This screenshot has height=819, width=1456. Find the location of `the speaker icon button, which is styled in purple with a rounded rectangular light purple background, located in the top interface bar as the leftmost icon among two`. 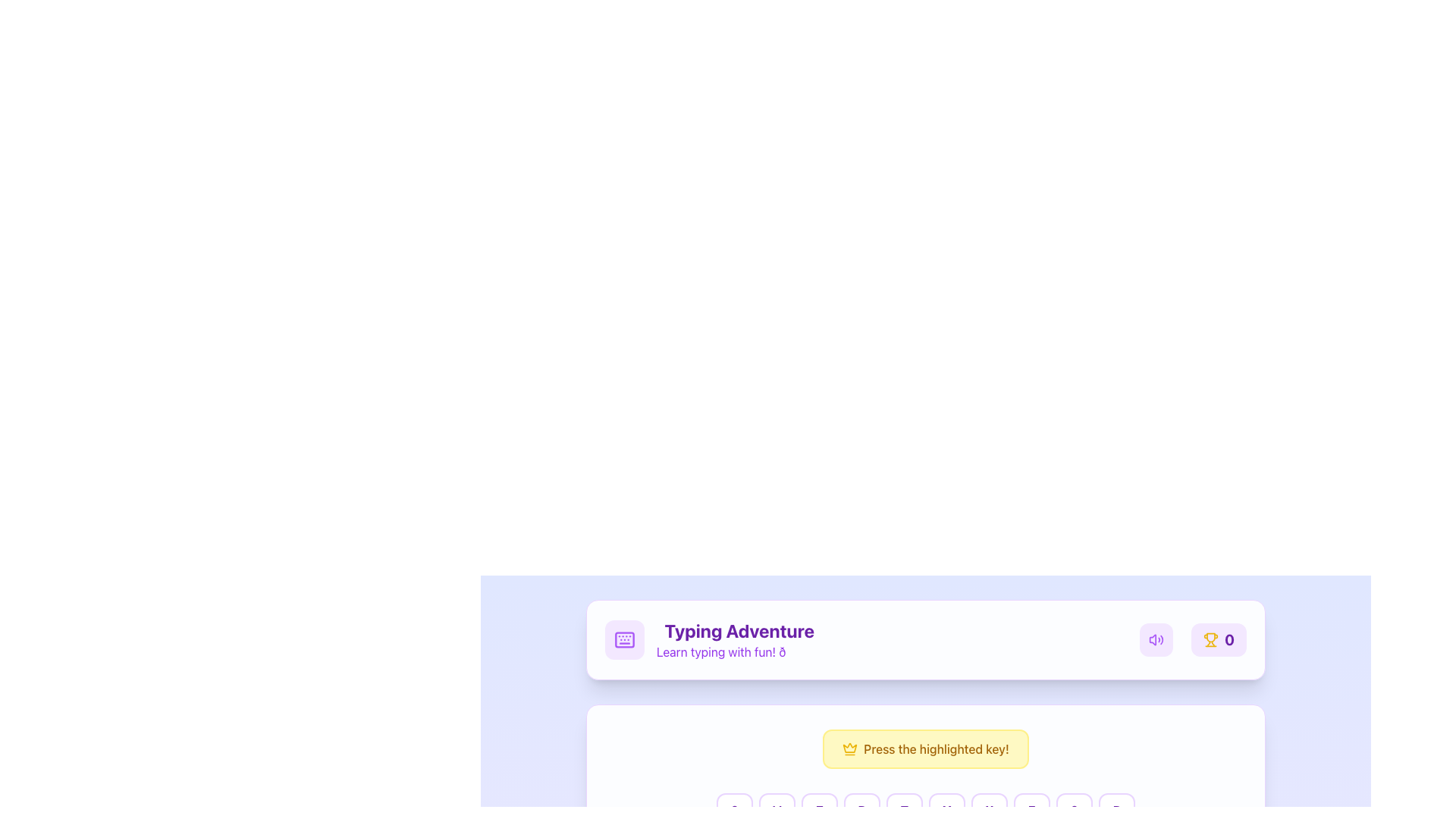

the speaker icon button, which is styled in purple with a rounded rectangular light purple background, located in the top interface bar as the leftmost icon among two is located at coordinates (1155, 640).